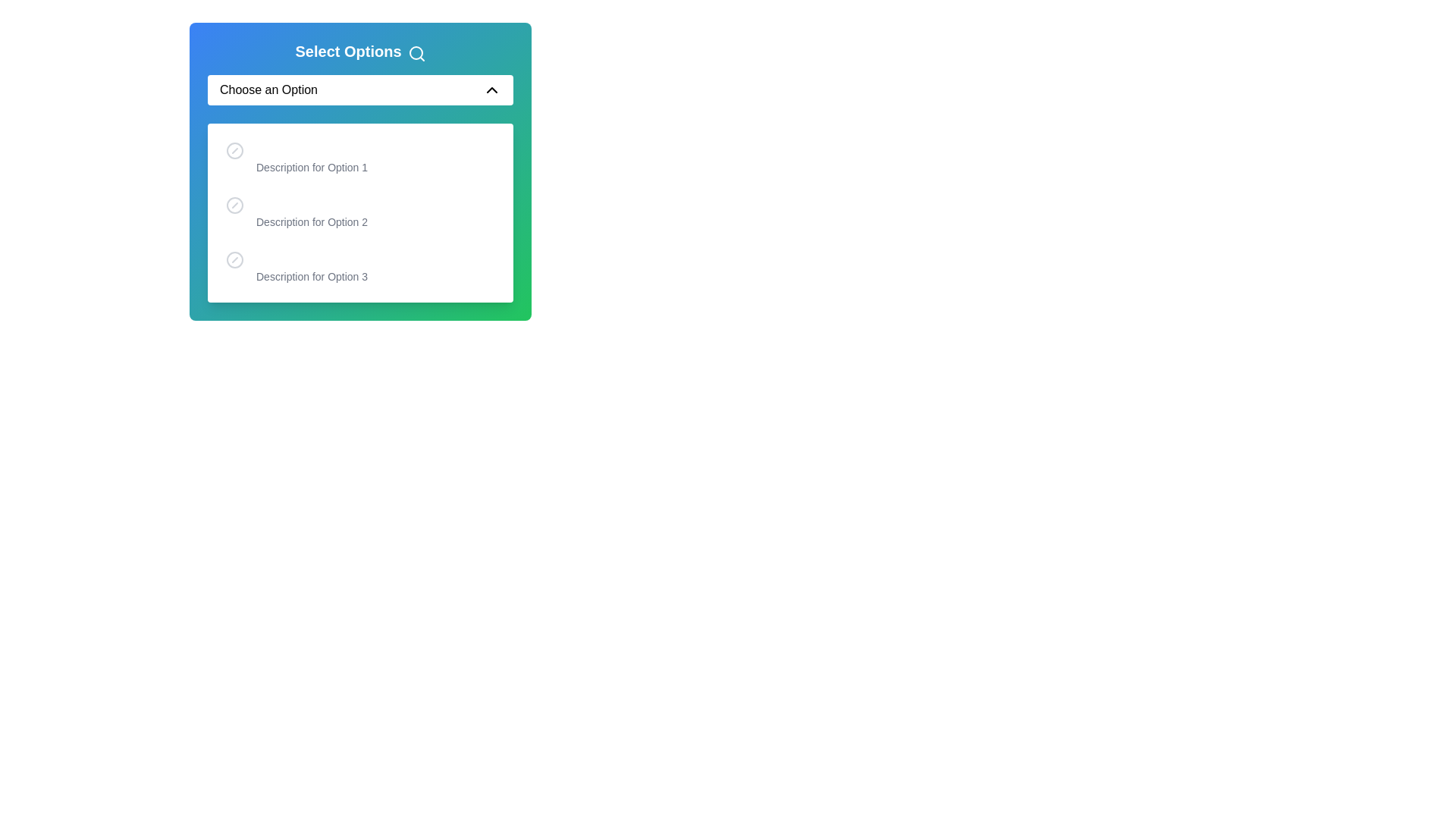 This screenshot has width=1456, height=819. Describe the element at coordinates (234, 149) in the screenshot. I see `the unfilled Circle icon located in the first list item, aligned to the left of the text label 'Description for Option 1'` at that location.